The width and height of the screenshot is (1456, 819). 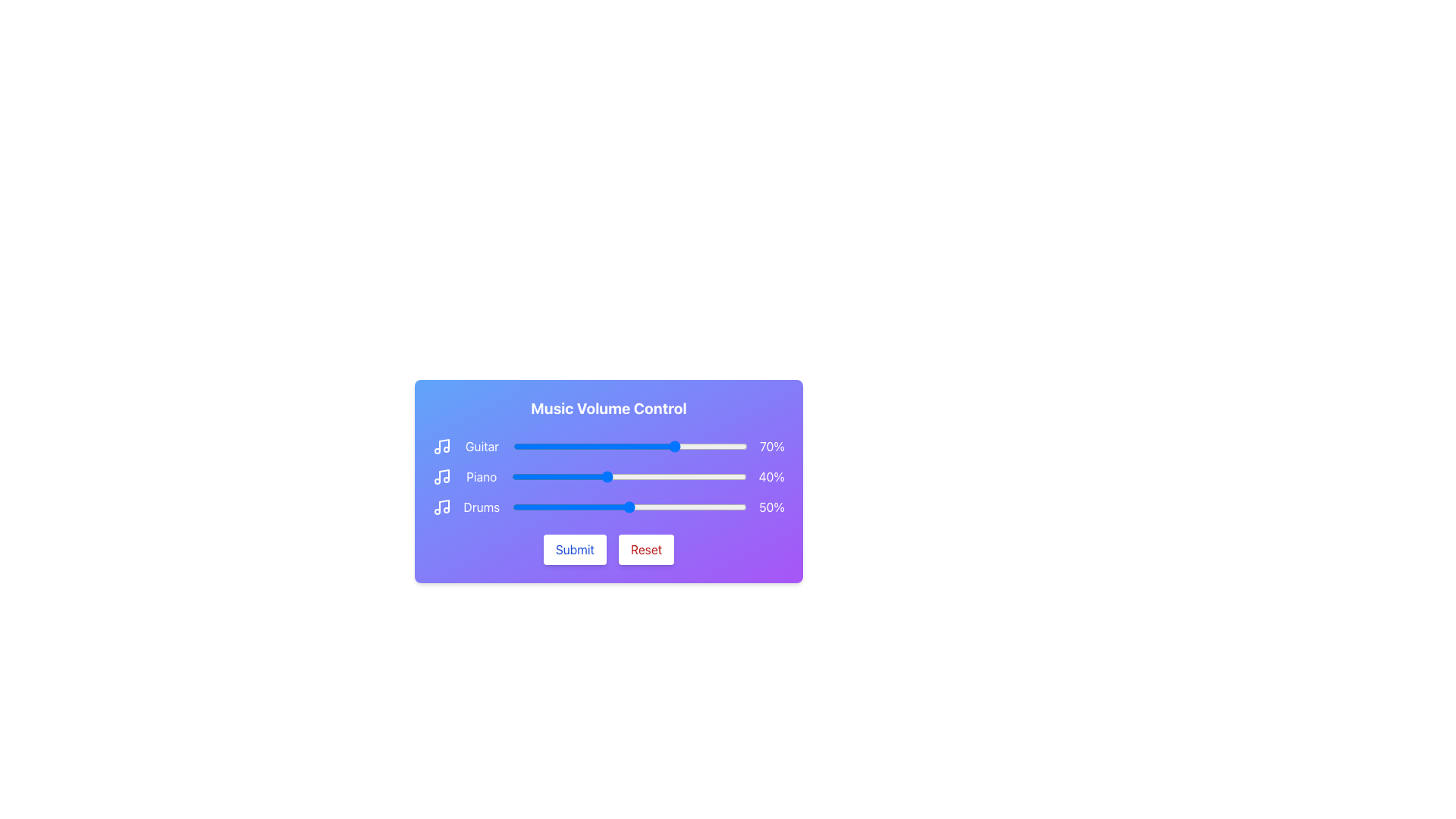 What do you see at coordinates (739, 507) in the screenshot?
I see `the drum volume` at bounding box center [739, 507].